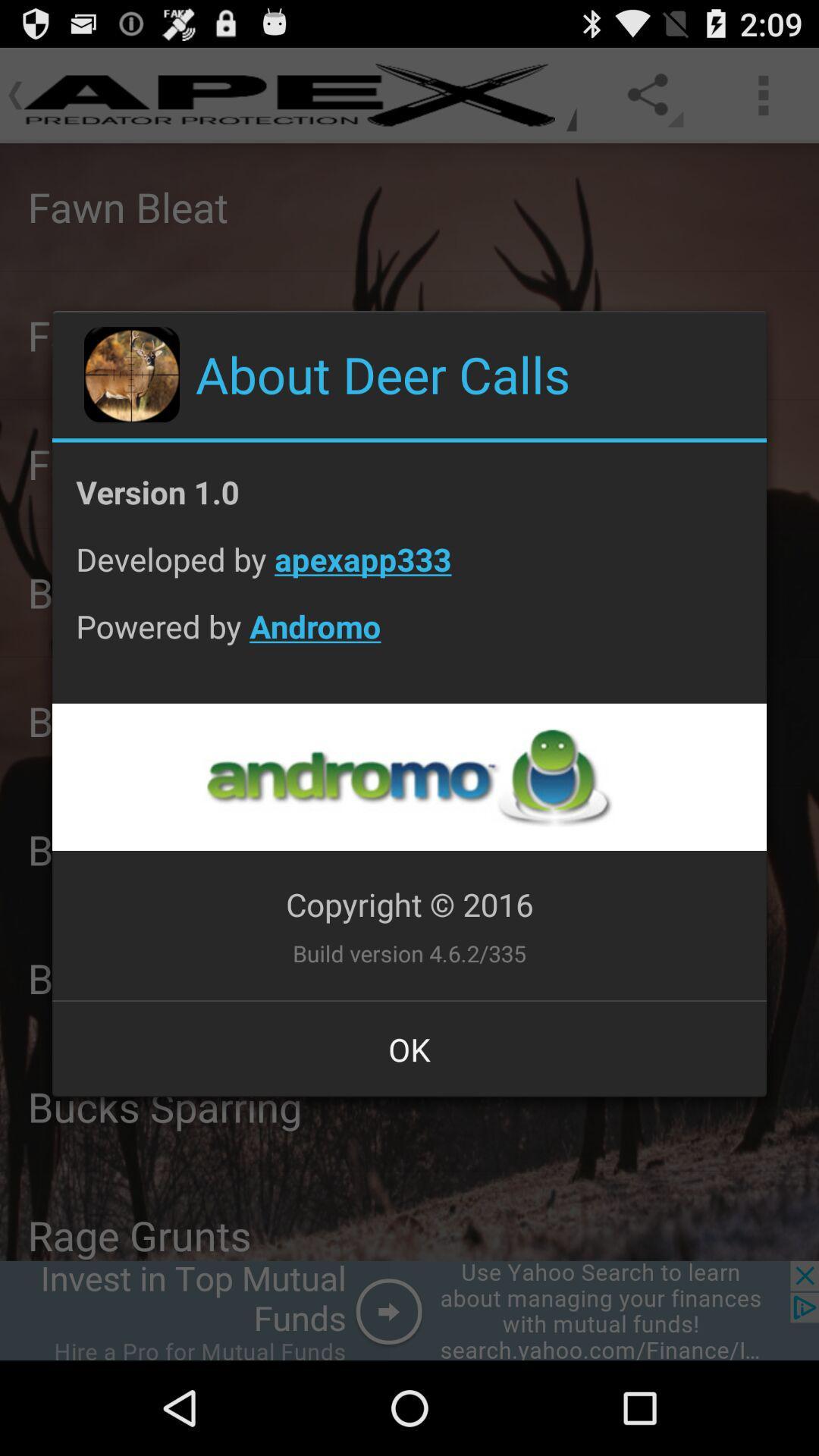 This screenshot has height=1456, width=819. What do you see at coordinates (409, 638) in the screenshot?
I see `powered by andromo app` at bounding box center [409, 638].